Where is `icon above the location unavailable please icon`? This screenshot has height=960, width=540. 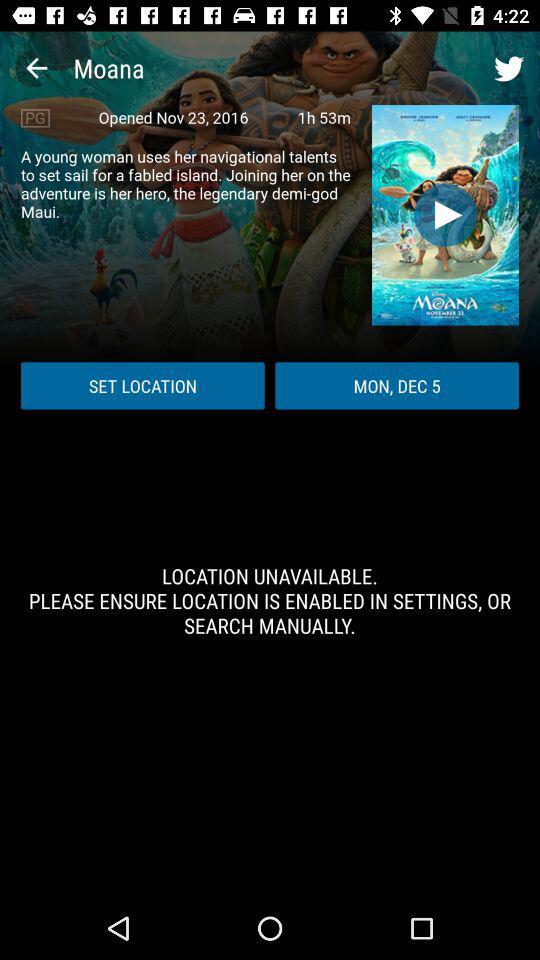 icon above the location unavailable please icon is located at coordinates (141, 384).